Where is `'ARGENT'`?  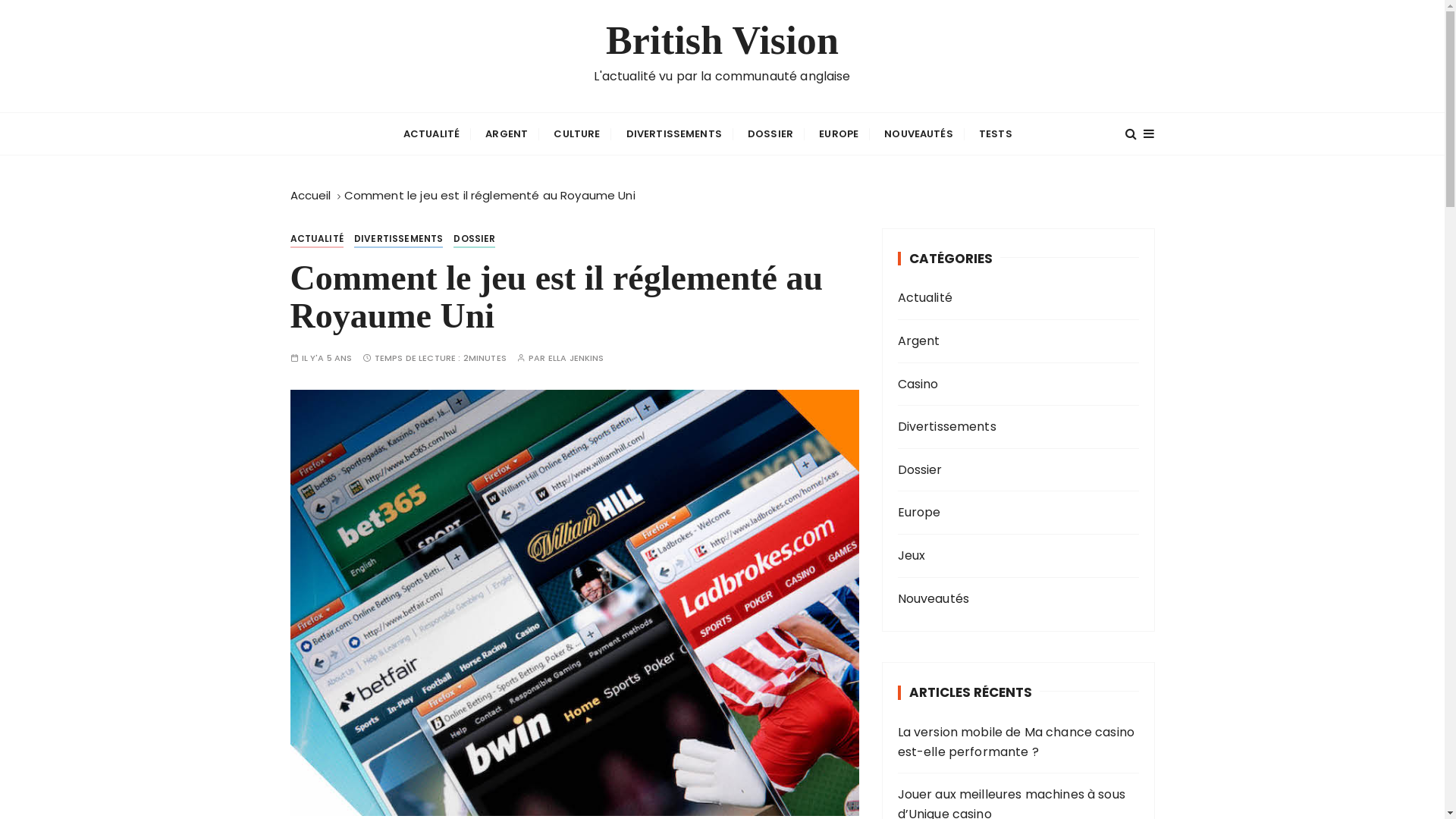
'ARGENT' is located at coordinates (506, 133).